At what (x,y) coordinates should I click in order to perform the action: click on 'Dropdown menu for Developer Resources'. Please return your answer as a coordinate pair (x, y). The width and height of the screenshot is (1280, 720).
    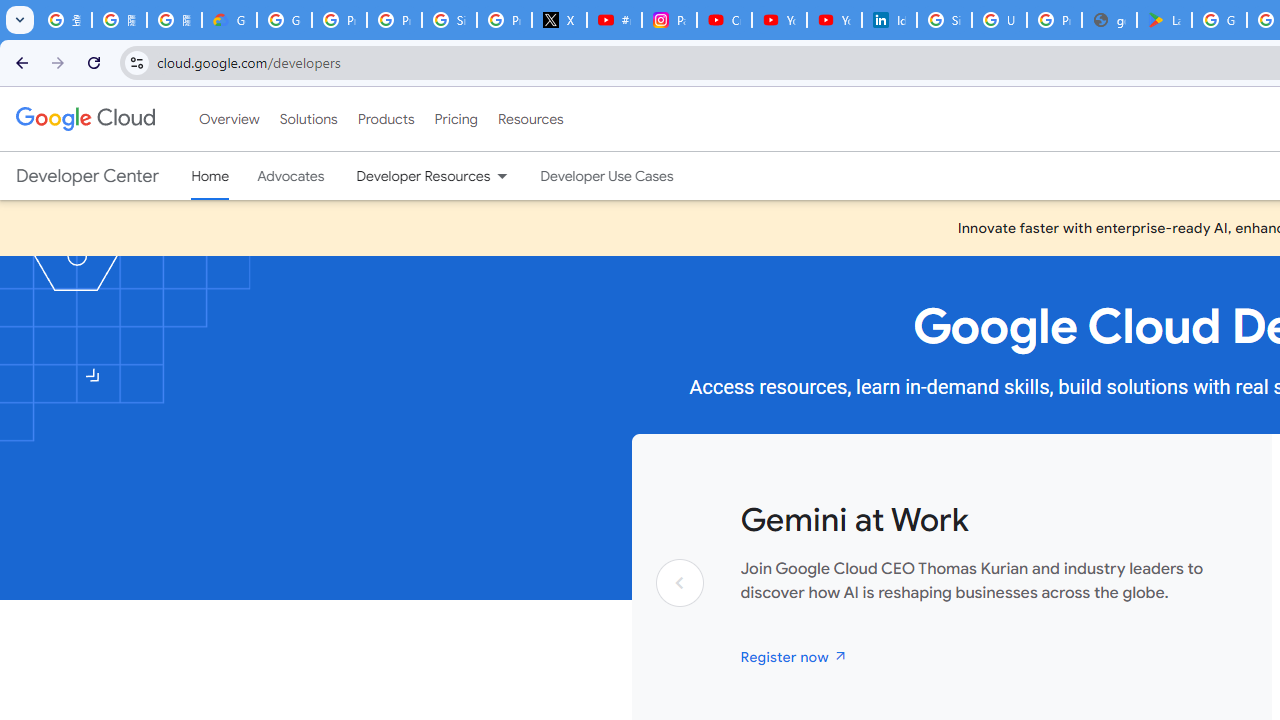
    Looking at the image, I should click on (502, 175).